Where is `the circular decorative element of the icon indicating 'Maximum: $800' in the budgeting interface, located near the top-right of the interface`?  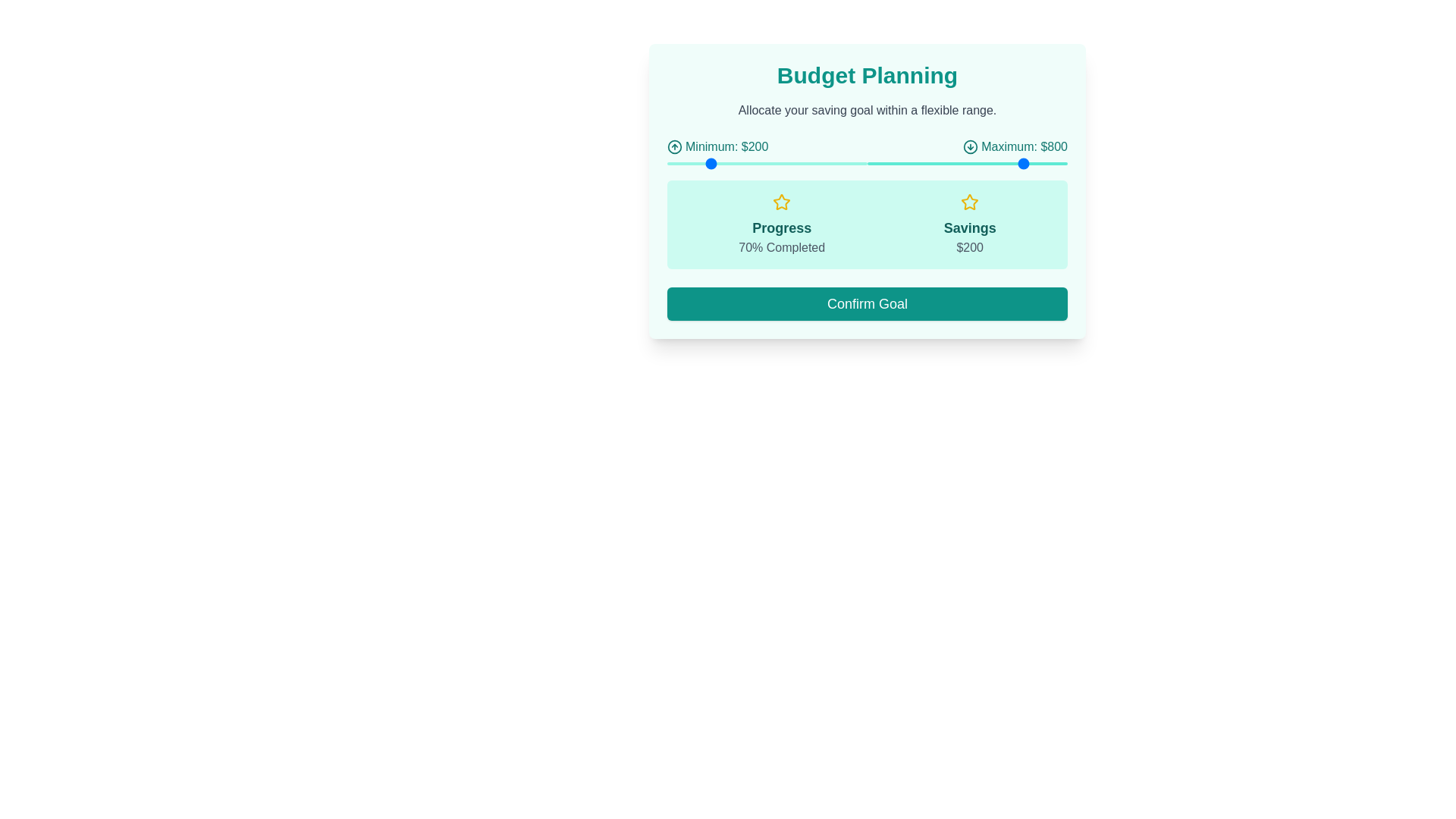
the circular decorative element of the icon indicating 'Maximum: $800' in the budgeting interface, located near the top-right of the interface is located at coordinates (971, 146).